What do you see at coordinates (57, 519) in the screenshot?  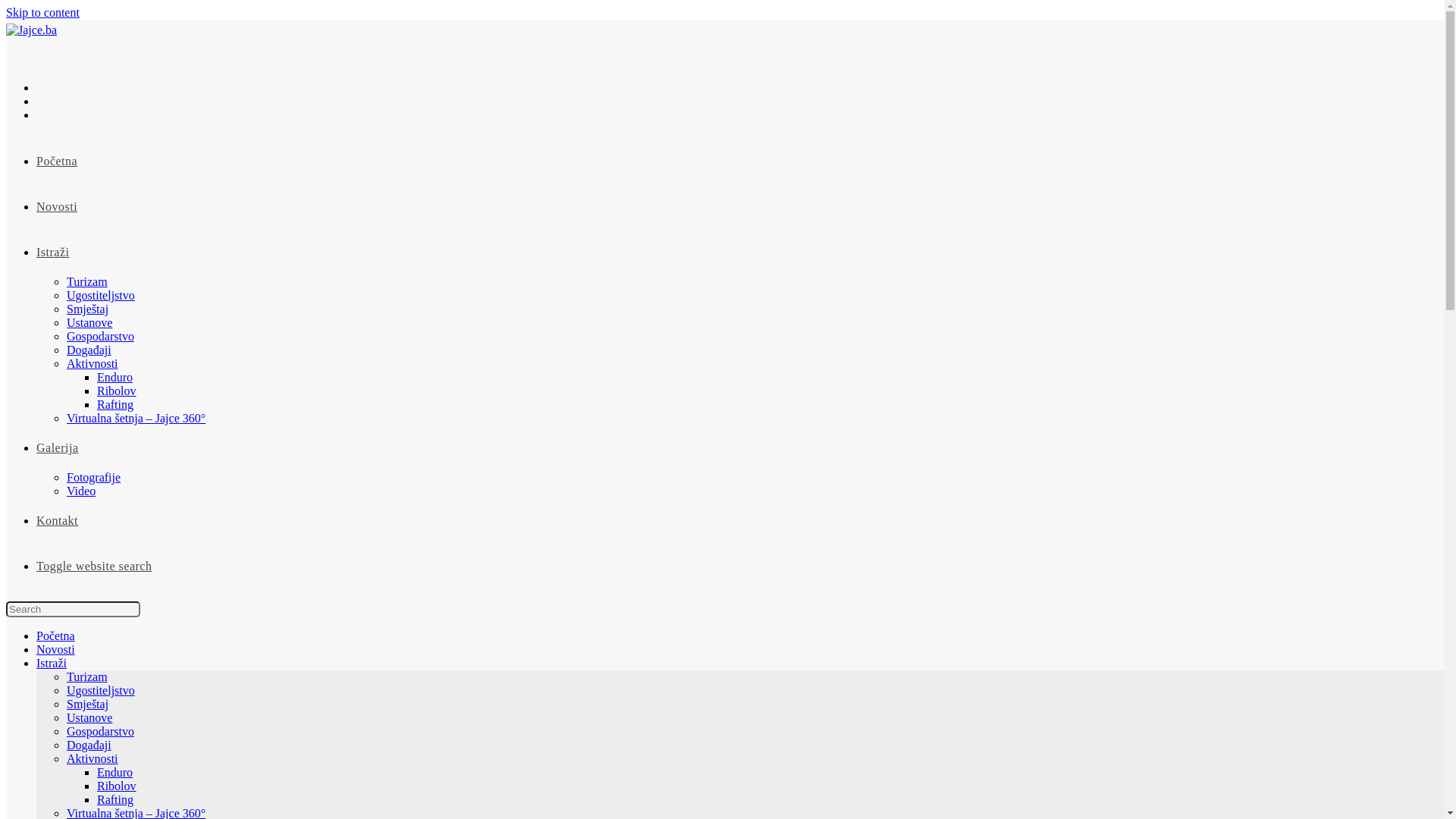 I see `'Kontakt'` at bounding box center [57, 519].